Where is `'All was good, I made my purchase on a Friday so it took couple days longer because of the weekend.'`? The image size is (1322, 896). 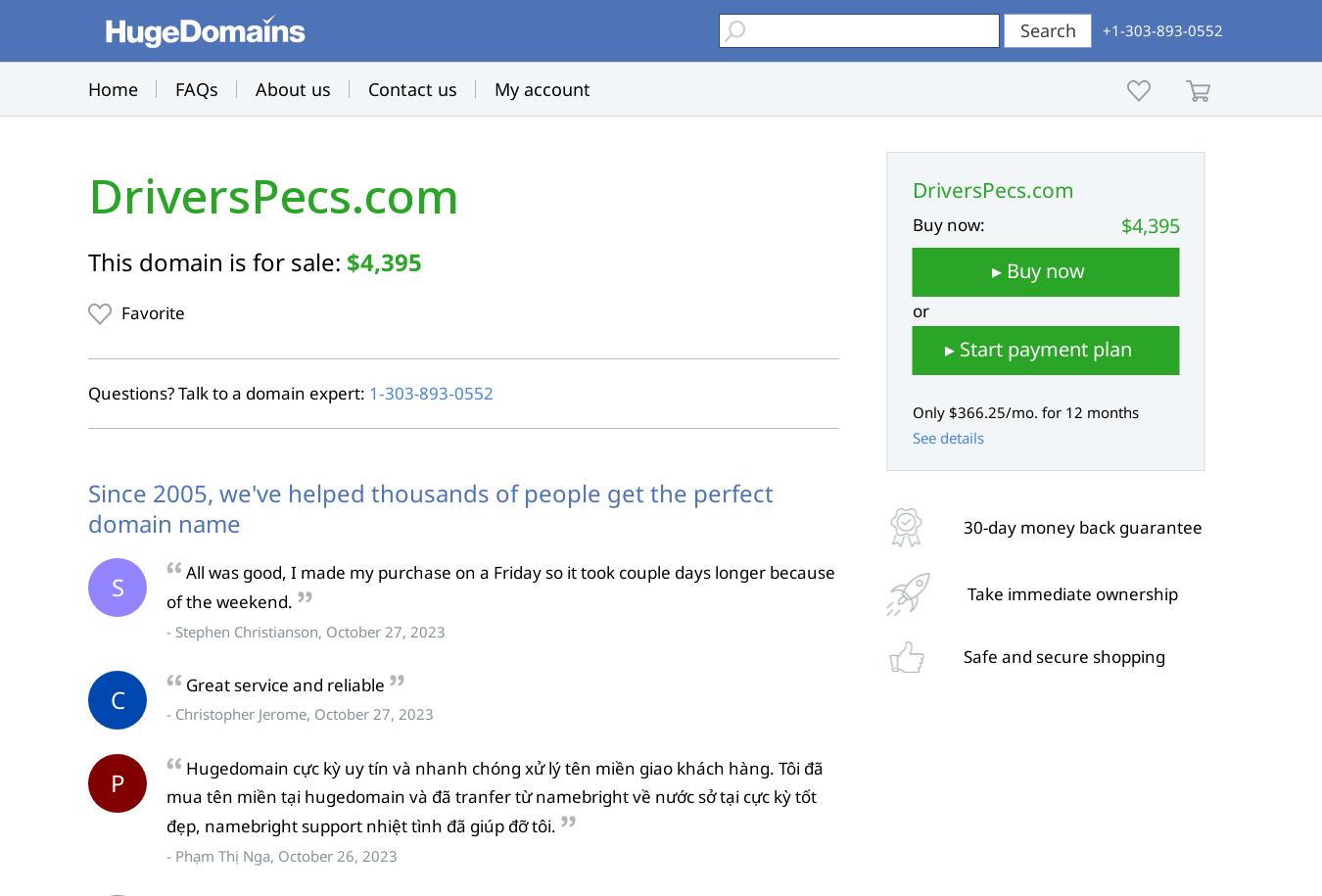
'All was good, I made my purchase on a Friday so it took couple days longer because of the weekend.' is located at coordinates (499, 586).